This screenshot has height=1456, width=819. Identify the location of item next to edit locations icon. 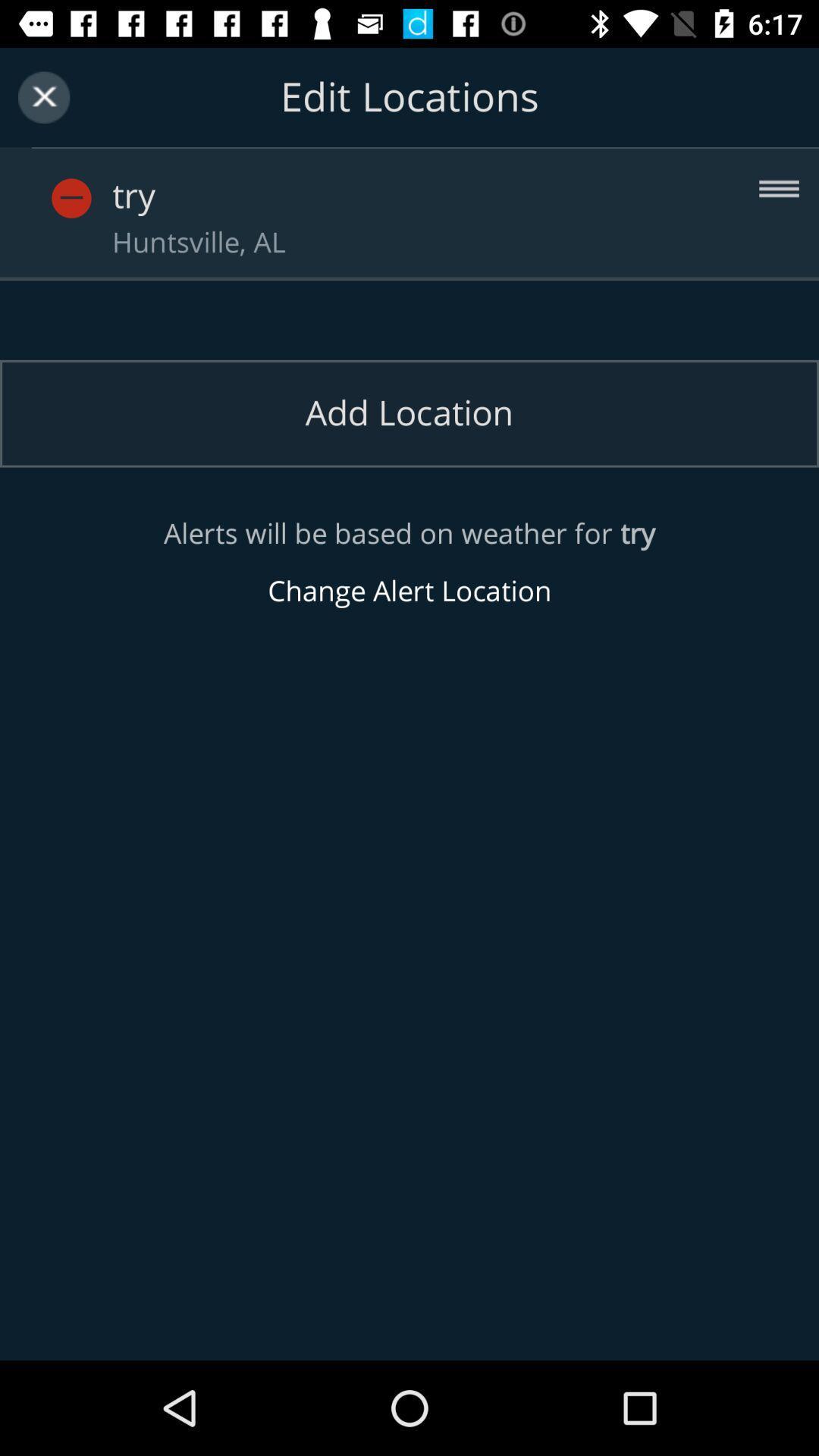
(43, 96).